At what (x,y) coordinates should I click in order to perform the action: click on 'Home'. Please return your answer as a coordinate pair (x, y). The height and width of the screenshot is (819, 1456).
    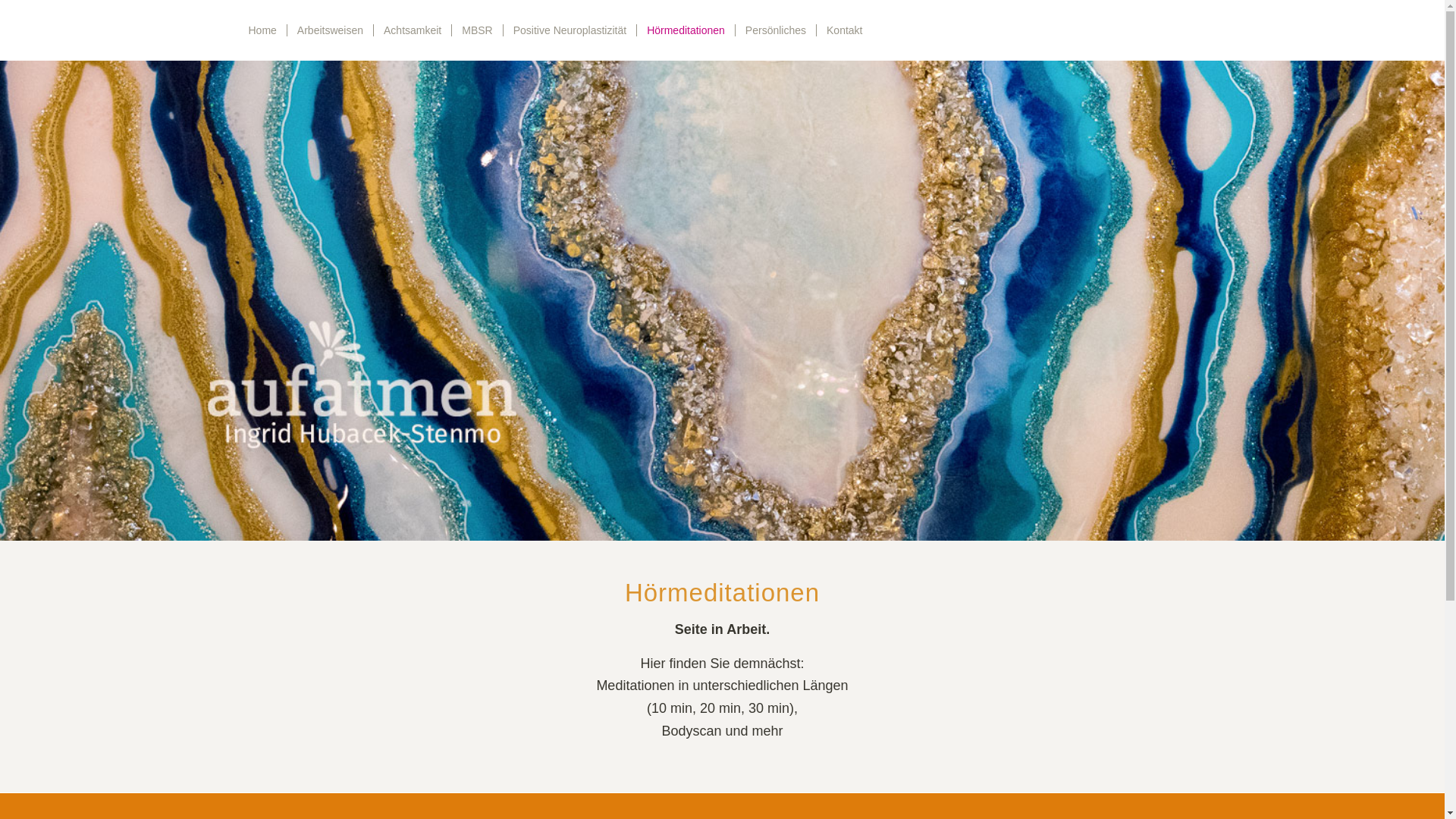
    Looking at the image, I should click on (262, 30).